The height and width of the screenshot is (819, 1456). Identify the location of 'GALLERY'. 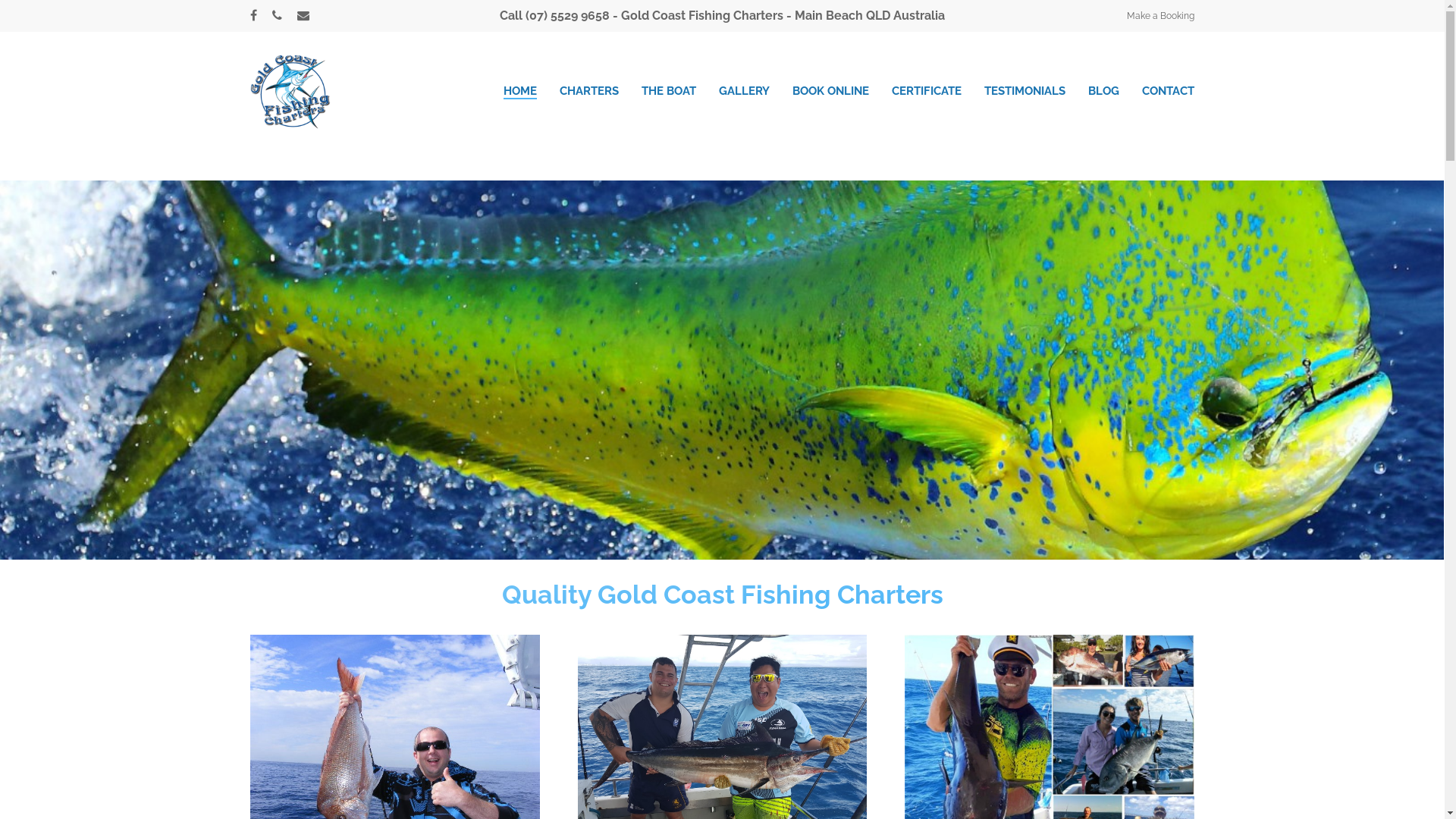
(744, 90).